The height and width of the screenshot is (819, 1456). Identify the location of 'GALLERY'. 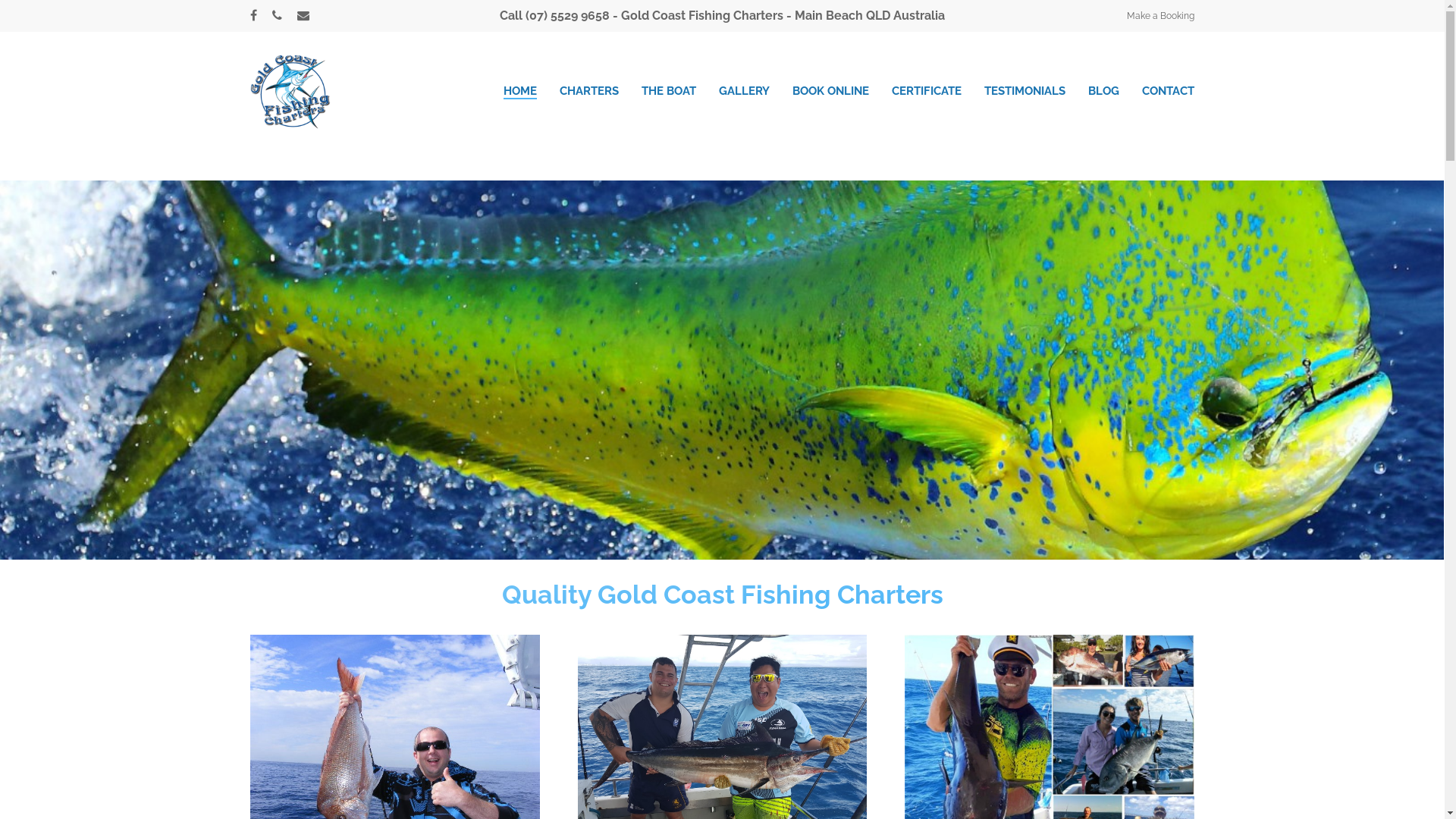
(744, 90).